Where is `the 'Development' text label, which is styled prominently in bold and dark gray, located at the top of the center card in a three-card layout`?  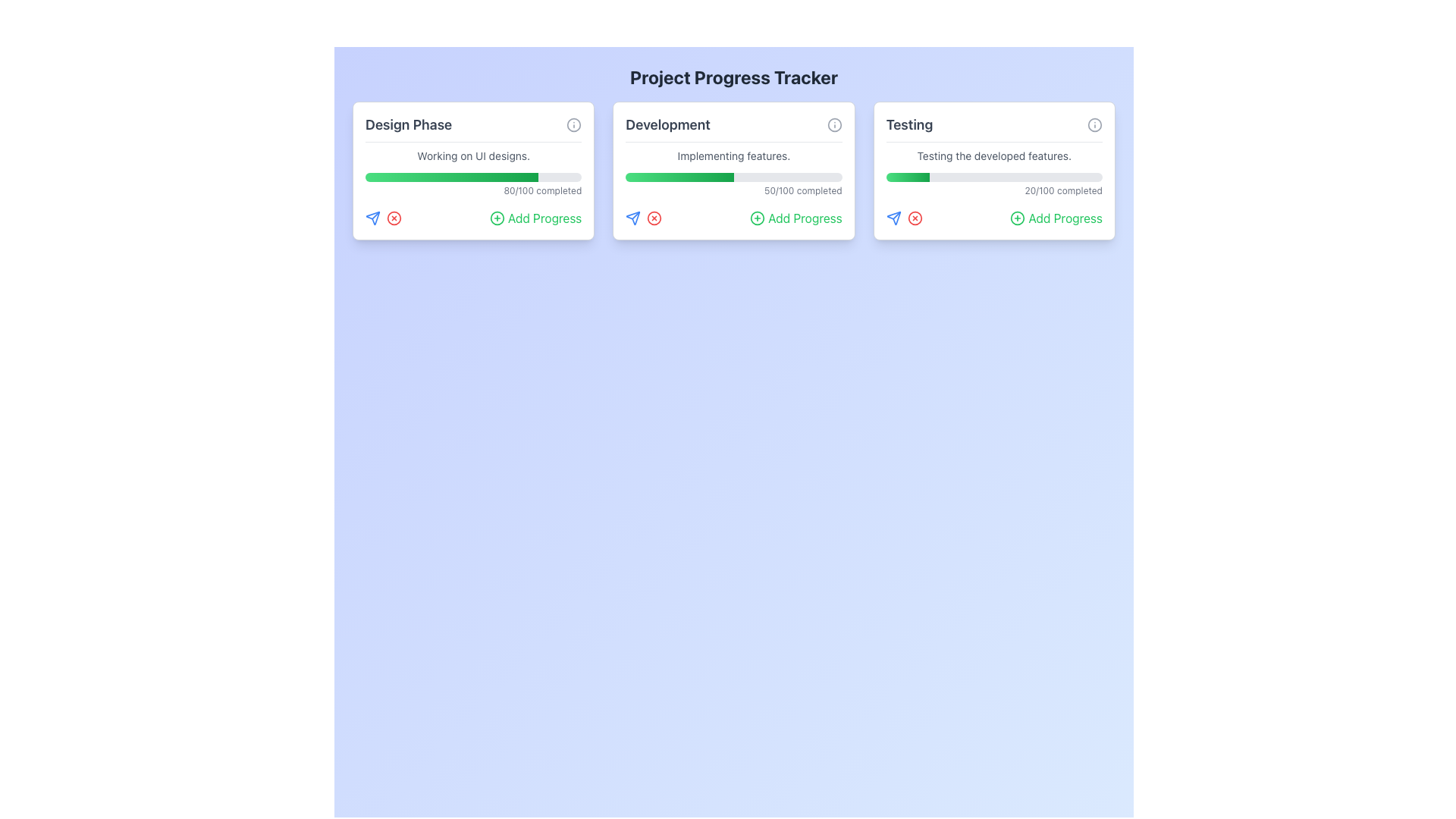
the 'Development' text label, which is styled prominently in bold and dark gray, located at the top of the center card in a three-card layout is located at coordinates (667, 124).